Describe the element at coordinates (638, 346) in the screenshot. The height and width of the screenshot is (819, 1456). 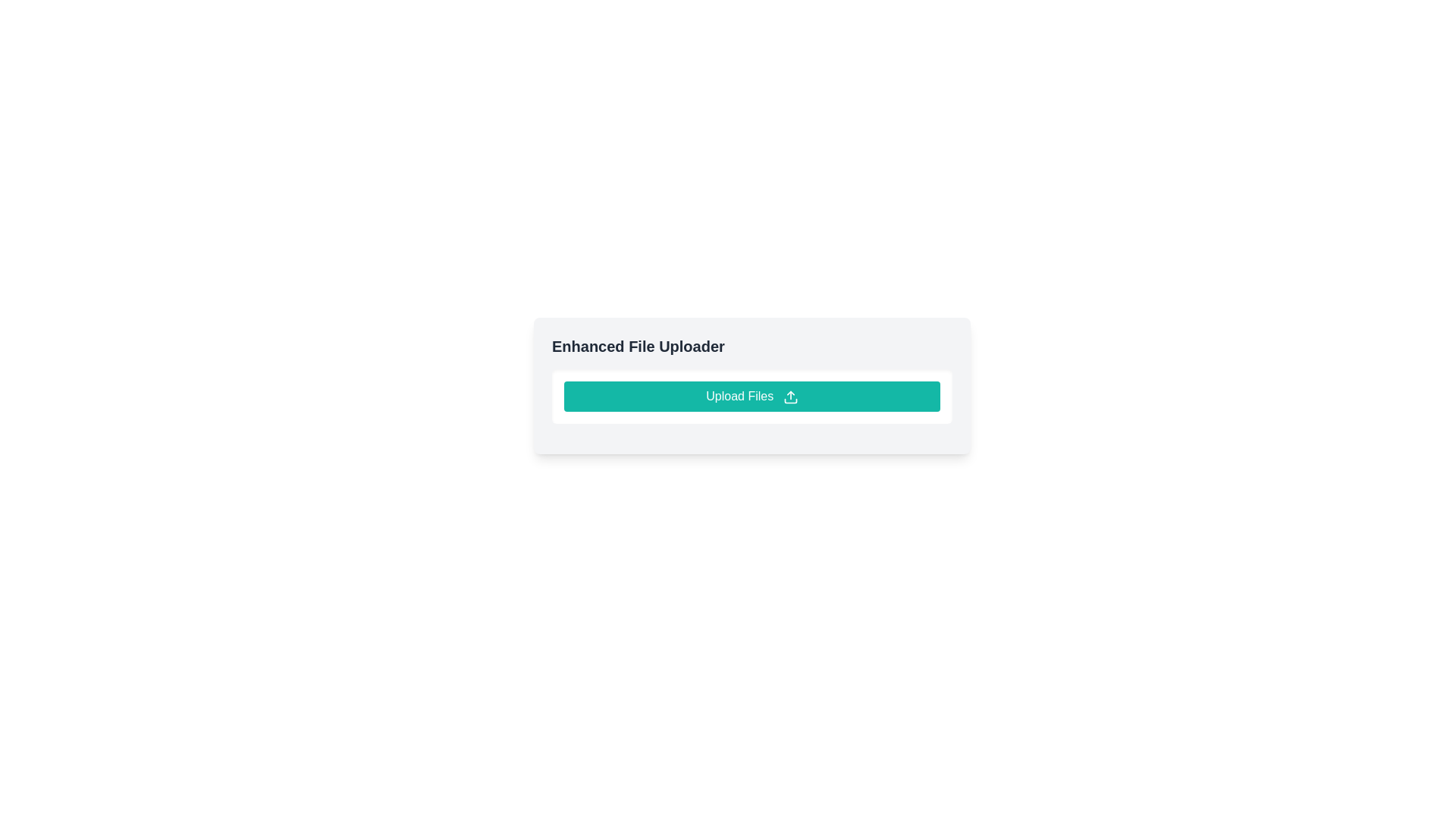
I see `the static text element that serves as the title for the UI card, located at the top-left corner of the card` at that location.